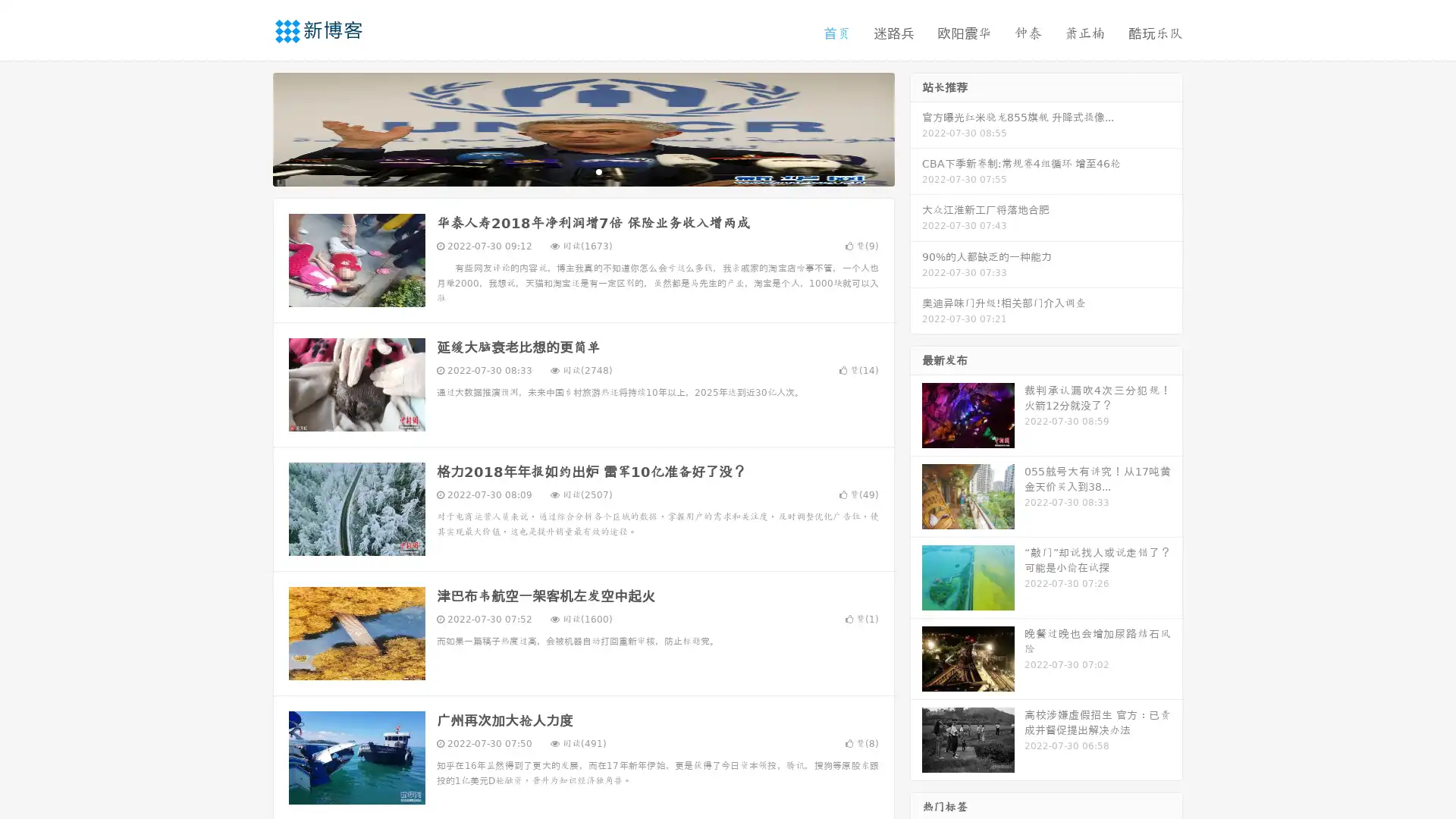 Image resolution: width=1456 pixels, height=819 pixels. I want to click on Go to slide 1, so click(567, 171).